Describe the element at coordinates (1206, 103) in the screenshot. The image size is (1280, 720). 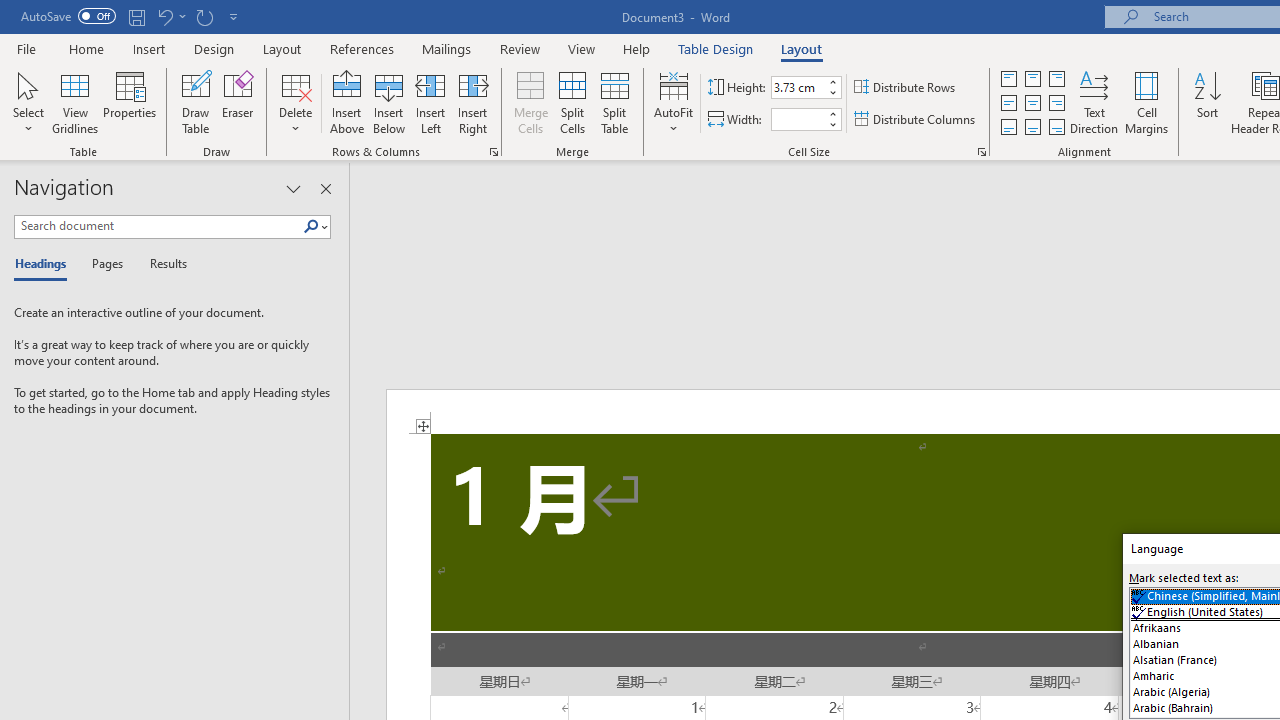
I see `'Sort...'` at that location.